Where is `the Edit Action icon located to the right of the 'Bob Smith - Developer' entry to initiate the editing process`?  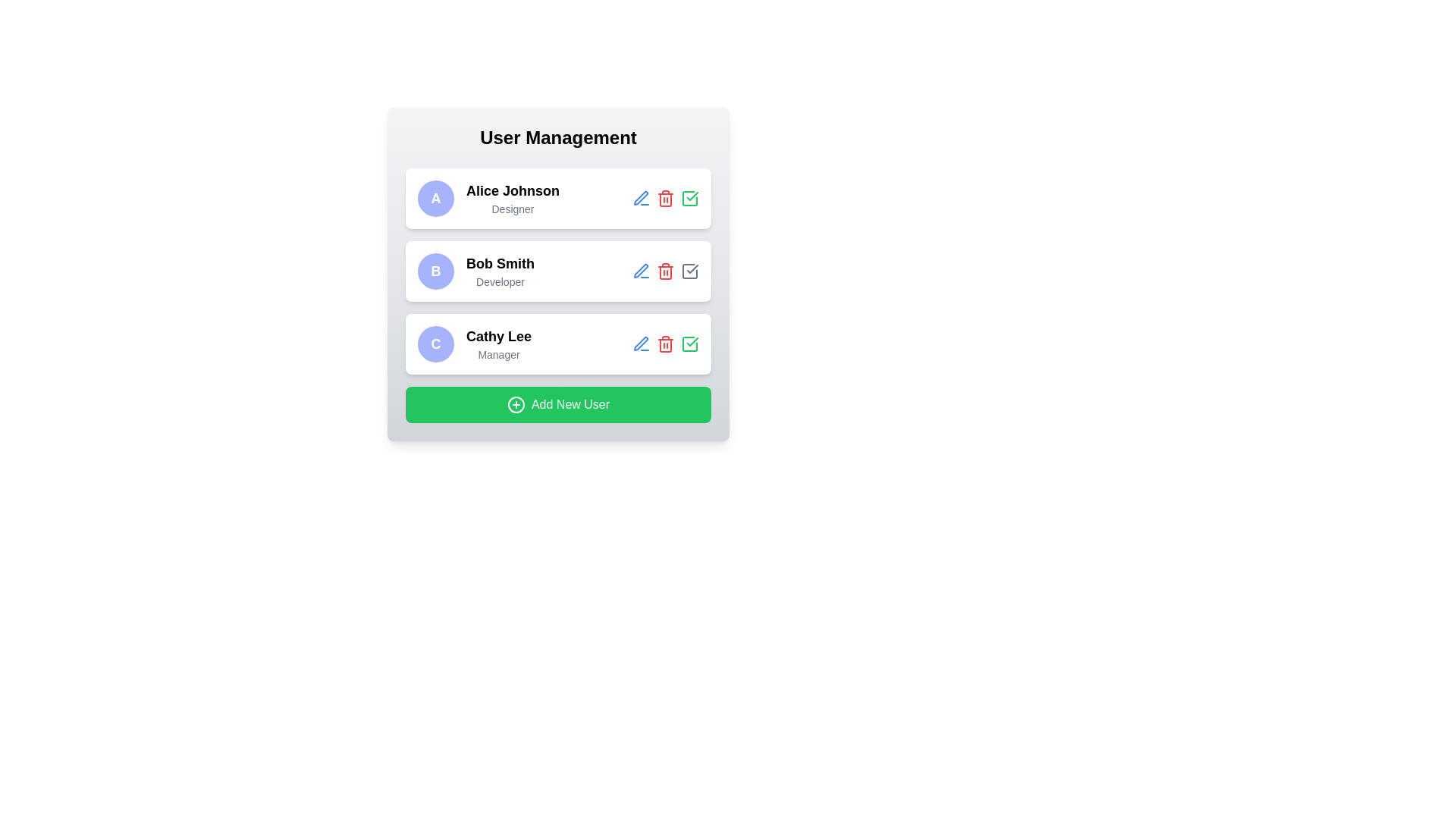
the Edit Action icon located to the right of the 'Bob Smith - Developer' entry to initiate the editing process is located at coordinates (641, 197).